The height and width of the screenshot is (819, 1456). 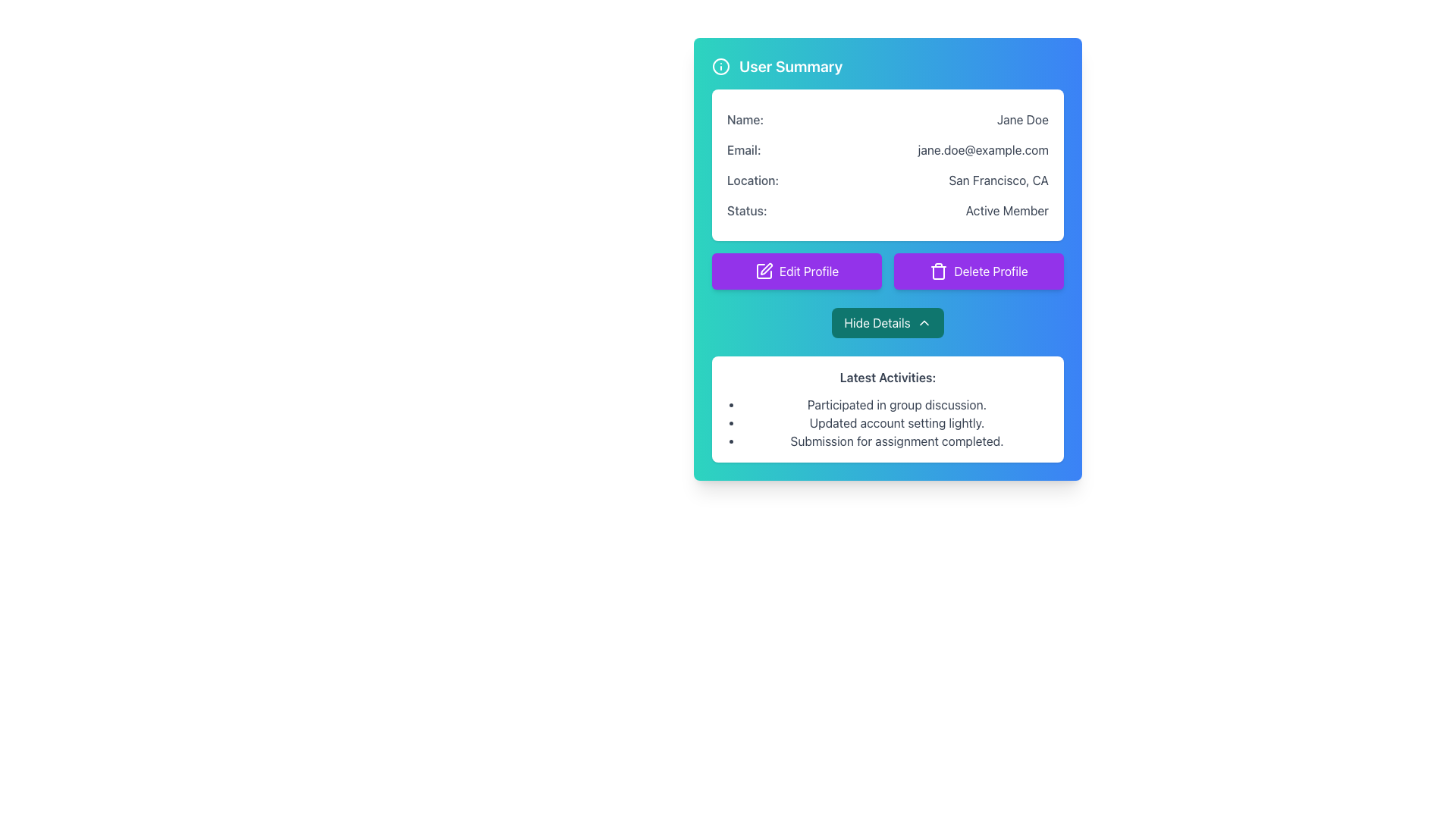 What do you see at coordinates (896, 423) in the screenshot?
I see `text content of the second item in the bulleted list, which reads 'Updated account setting lightly.'` at bounding box center [896, 423].